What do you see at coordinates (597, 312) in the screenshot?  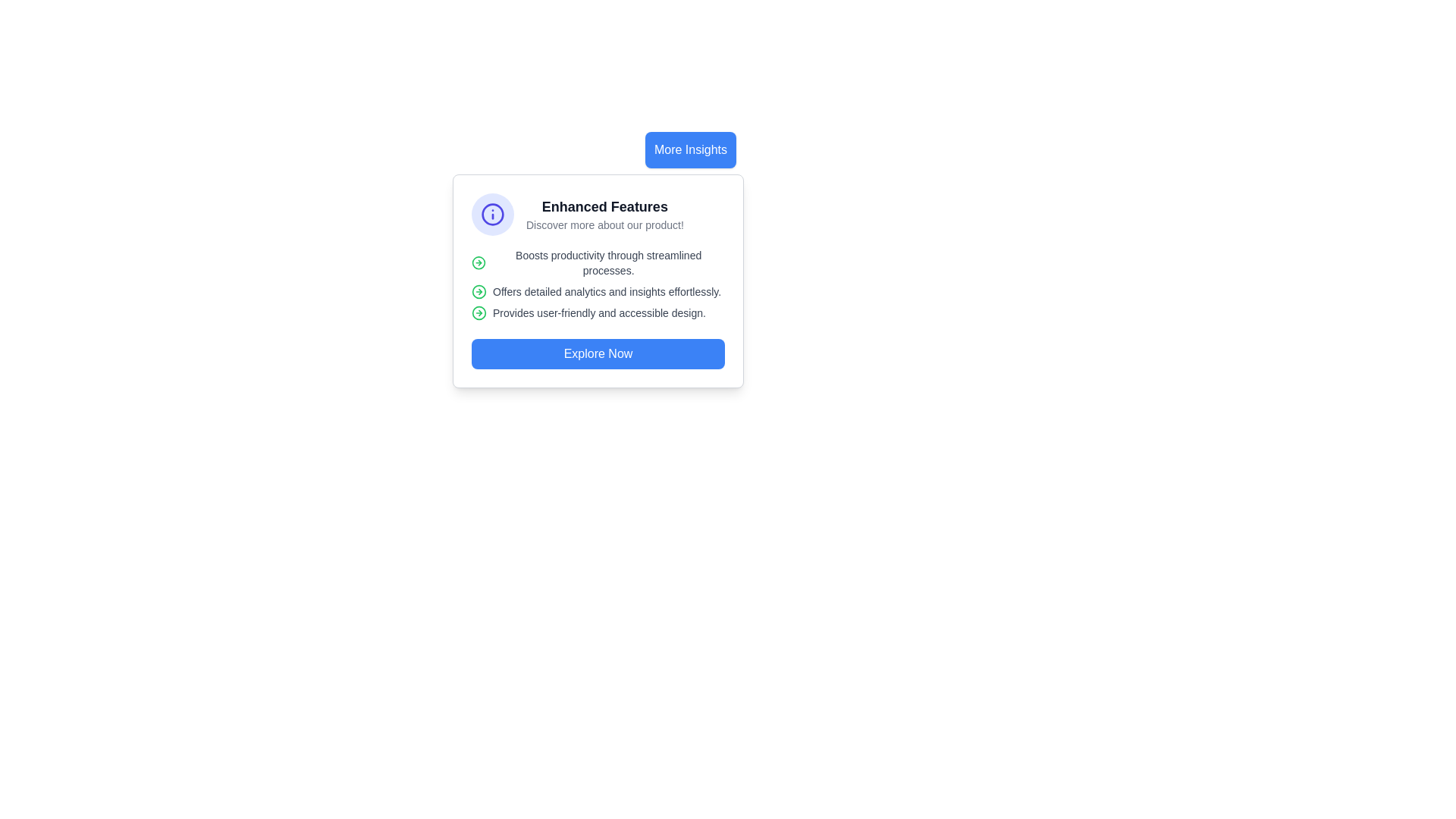 I see `the third text item in the vertical list under the subtitle 'Enhanced Features', which communicates a benefit or feature with an accompanying icon` at bounding box center [597, 312].